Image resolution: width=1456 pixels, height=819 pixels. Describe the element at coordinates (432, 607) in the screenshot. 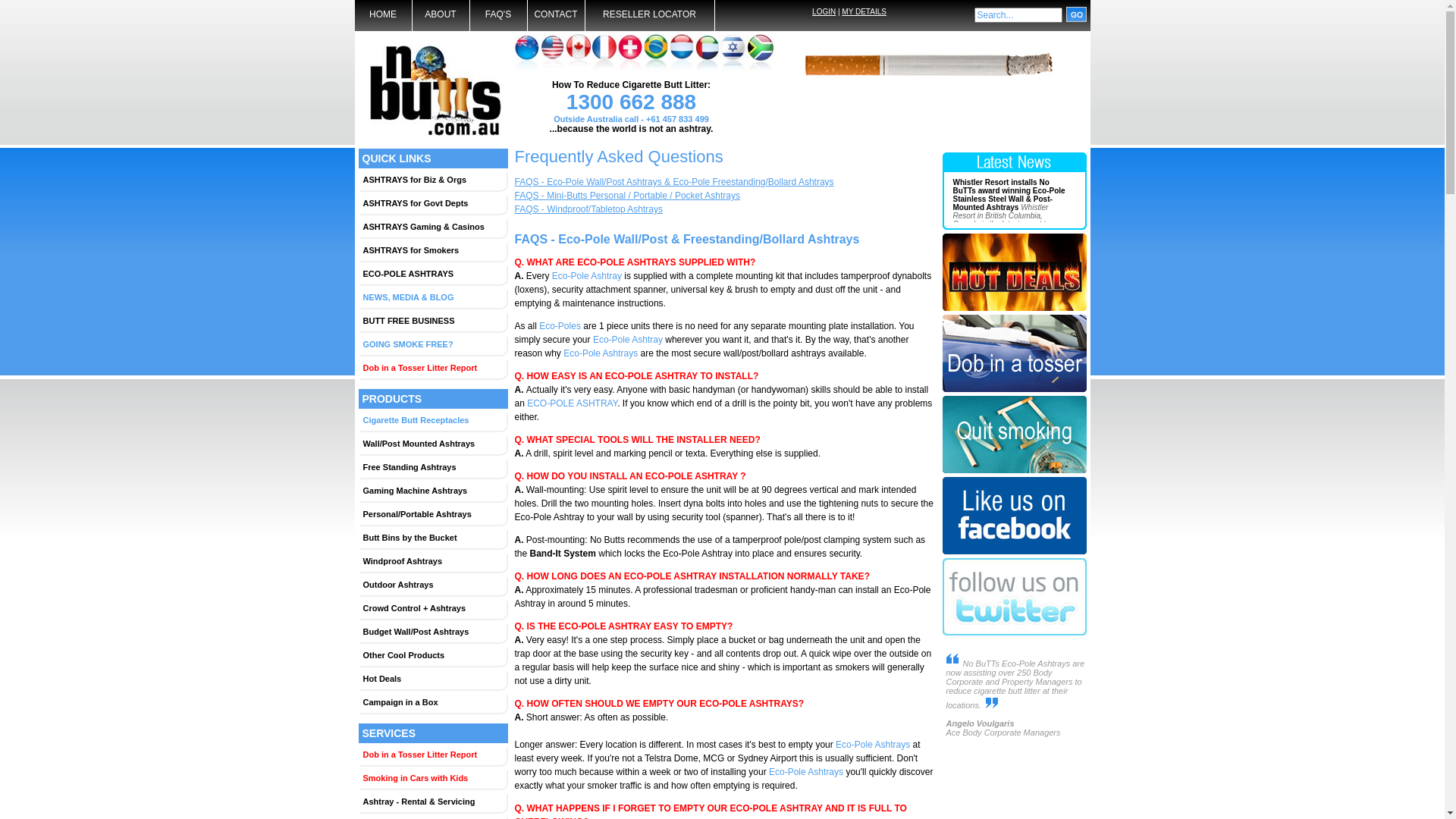

I see `'Crowd Control + Ashtrays'` at that location.